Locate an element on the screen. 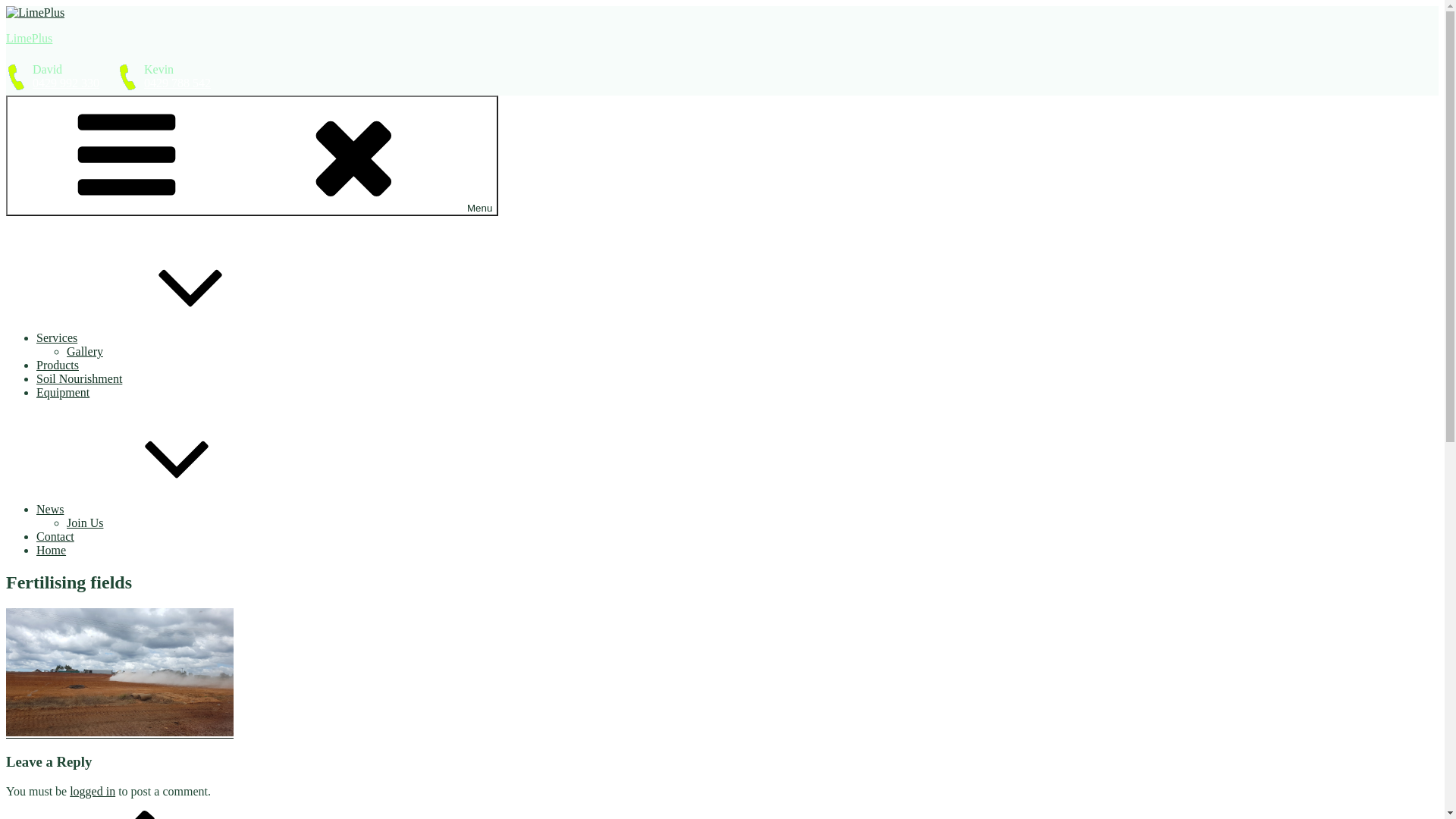 The width and height of the screenshot is (1456, 819). 'Contact' is located at coordinates (55, 535).